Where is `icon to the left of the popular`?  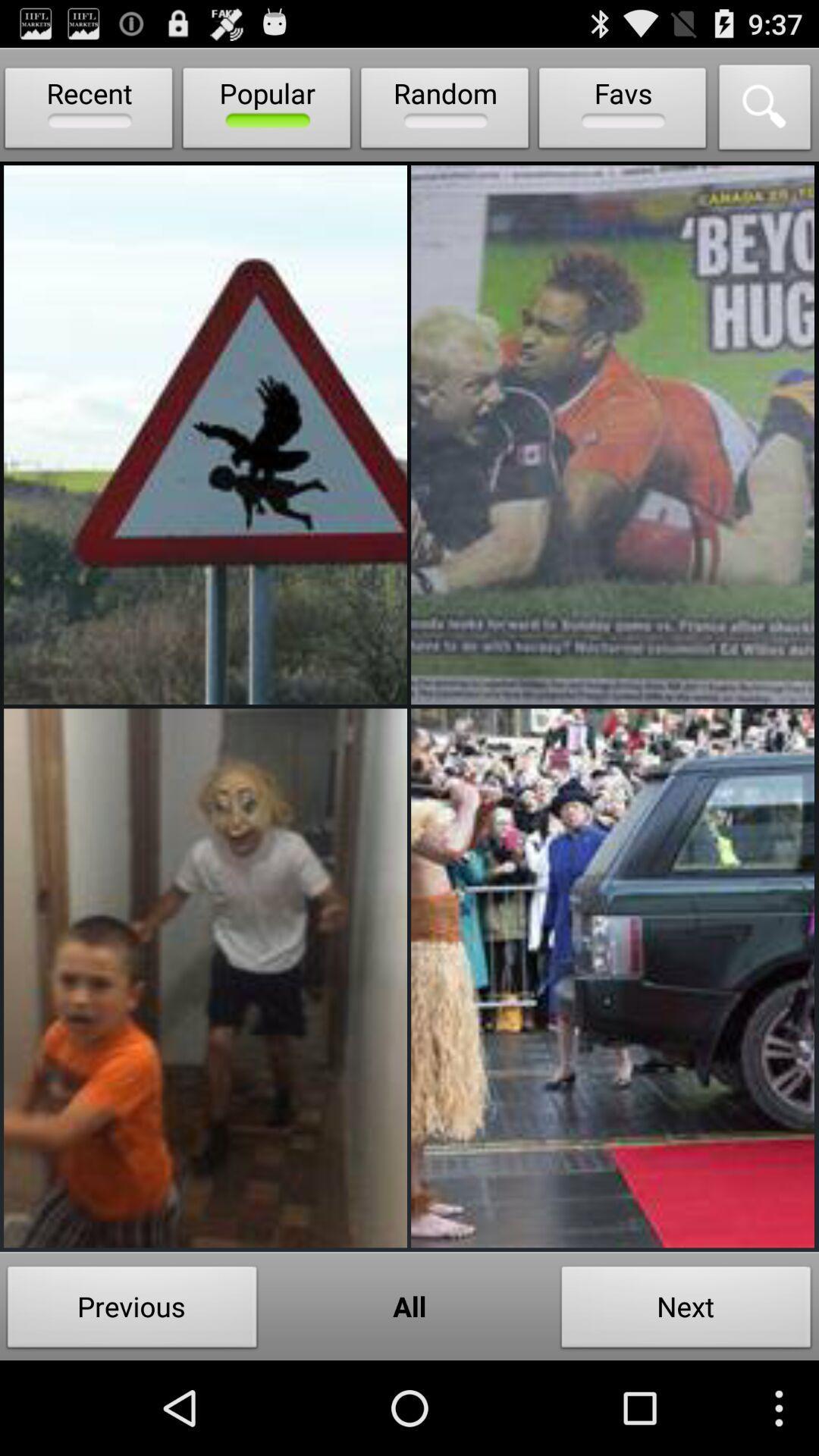 icon to the left of the popular is located at coordinates (89, 111).